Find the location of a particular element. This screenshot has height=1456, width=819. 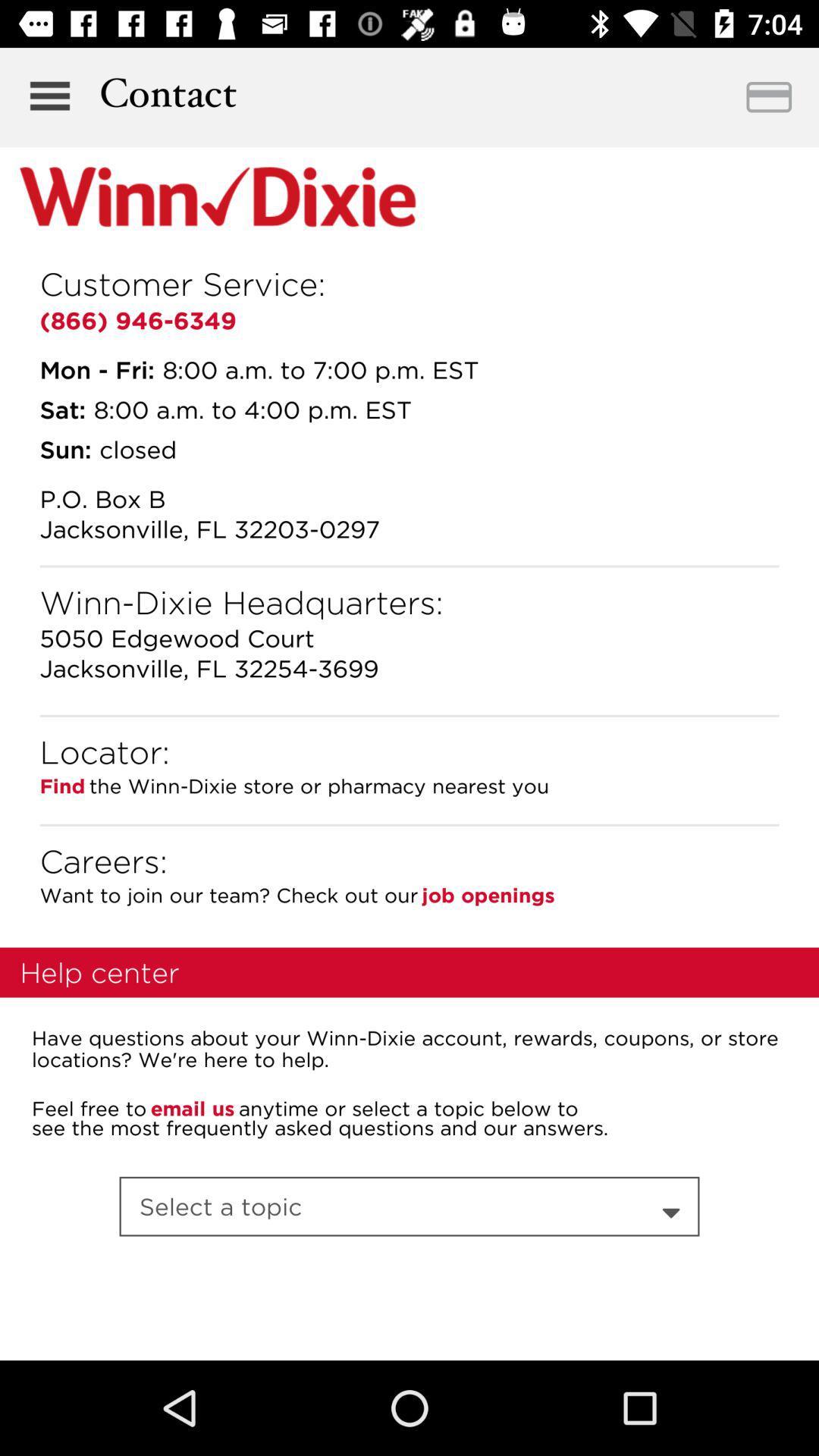

feel free to icon is located at coordinates (89, 1108).